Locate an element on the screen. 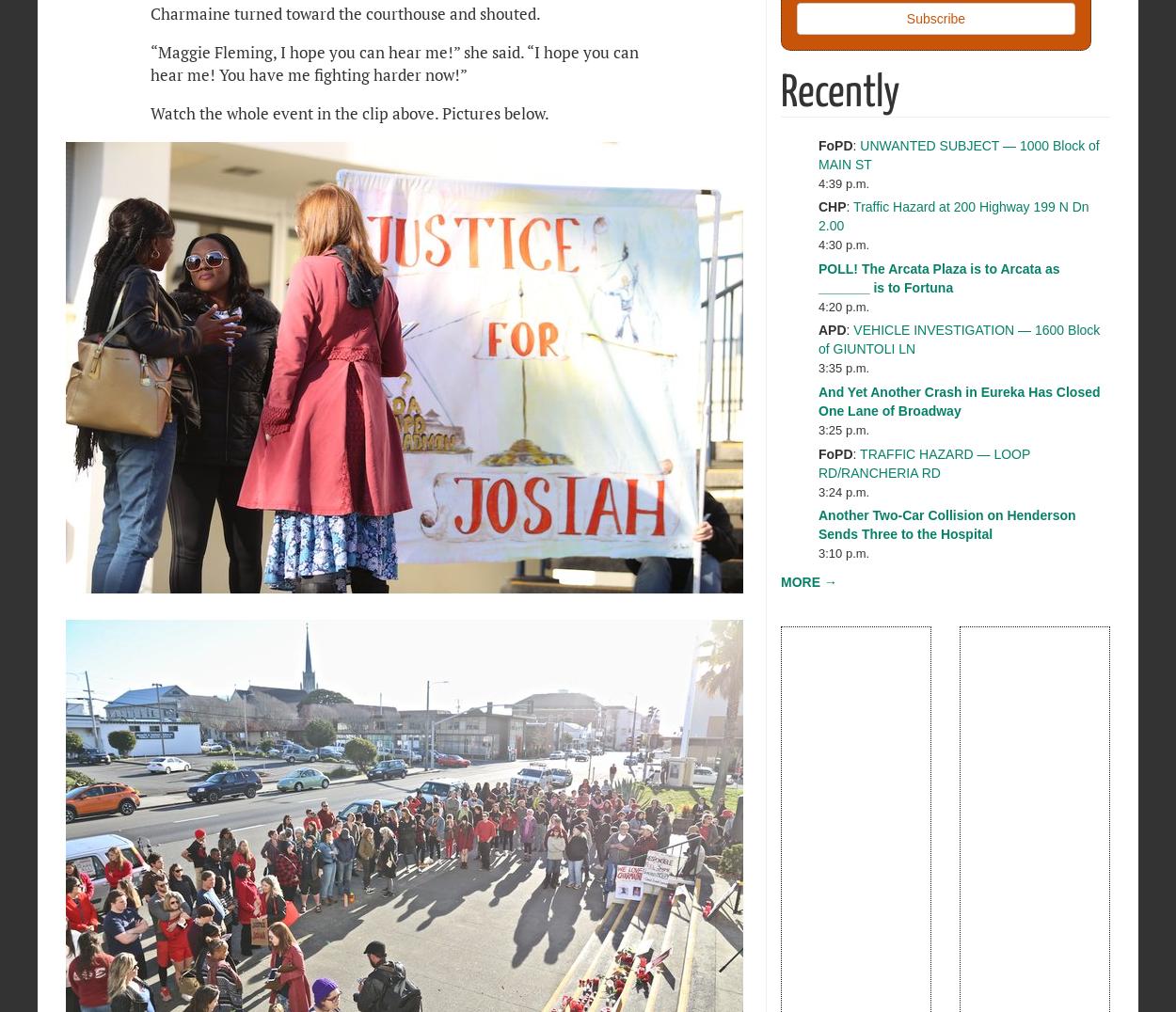 The image size is (1176, 1012). 'VEHICLE INVESTIGATION — 1600 Block of GIUNTOLI LN' is located at coordinates (959, 338).